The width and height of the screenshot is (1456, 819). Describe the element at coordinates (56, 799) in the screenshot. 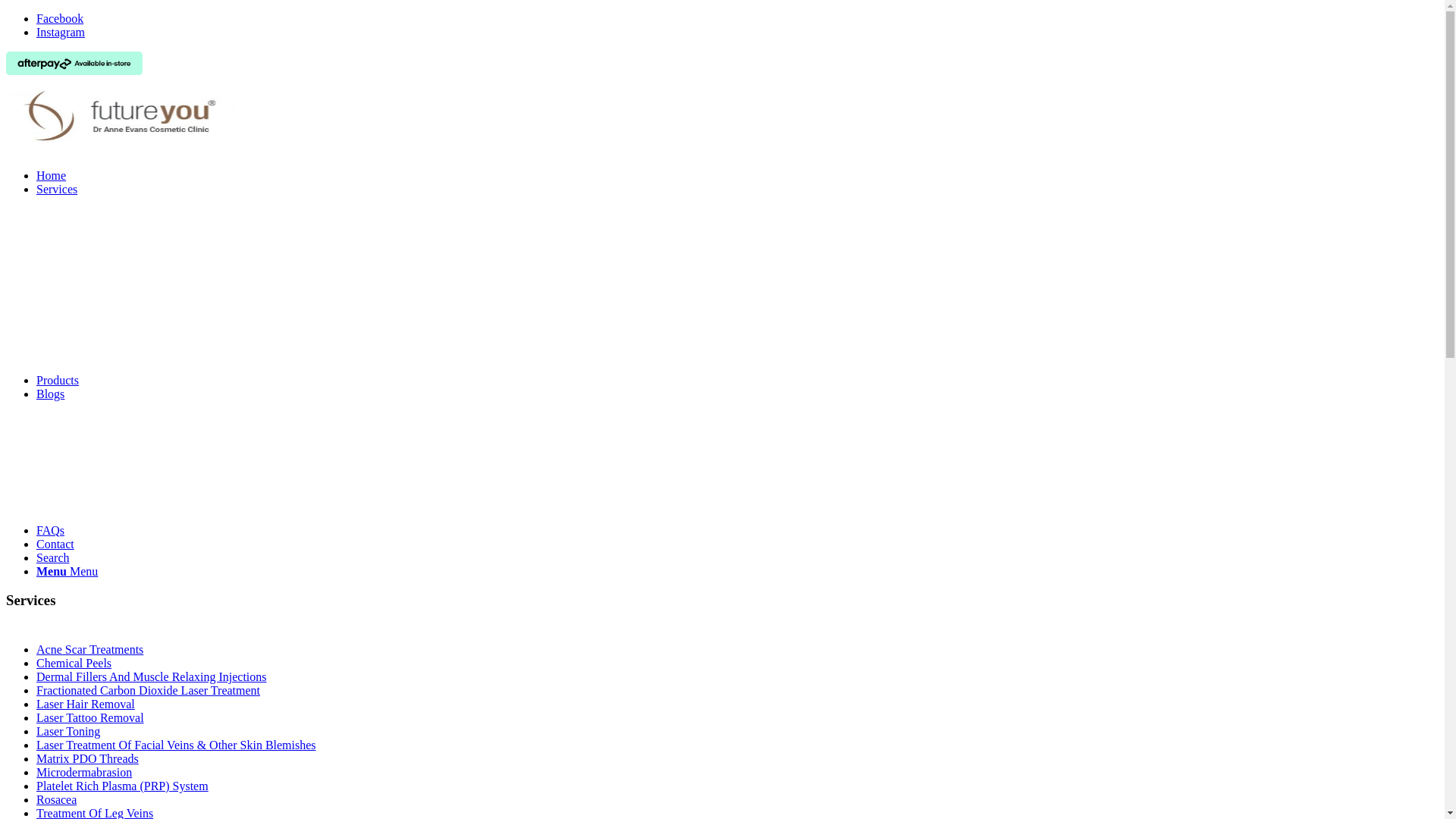

I see `'Rosacea'` at that location.